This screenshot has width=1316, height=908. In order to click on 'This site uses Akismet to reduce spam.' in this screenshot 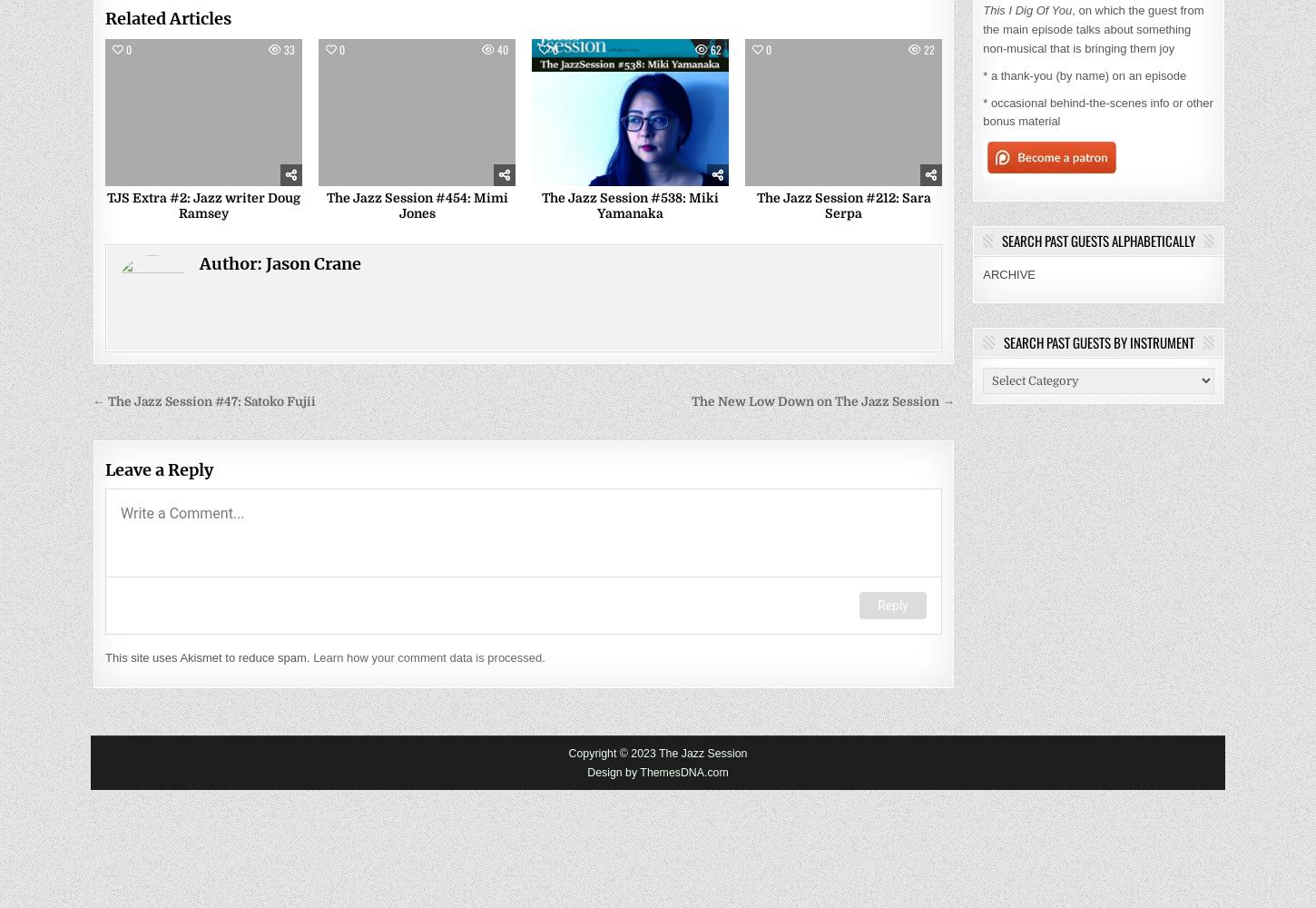, I will do `click(208, 656)`.